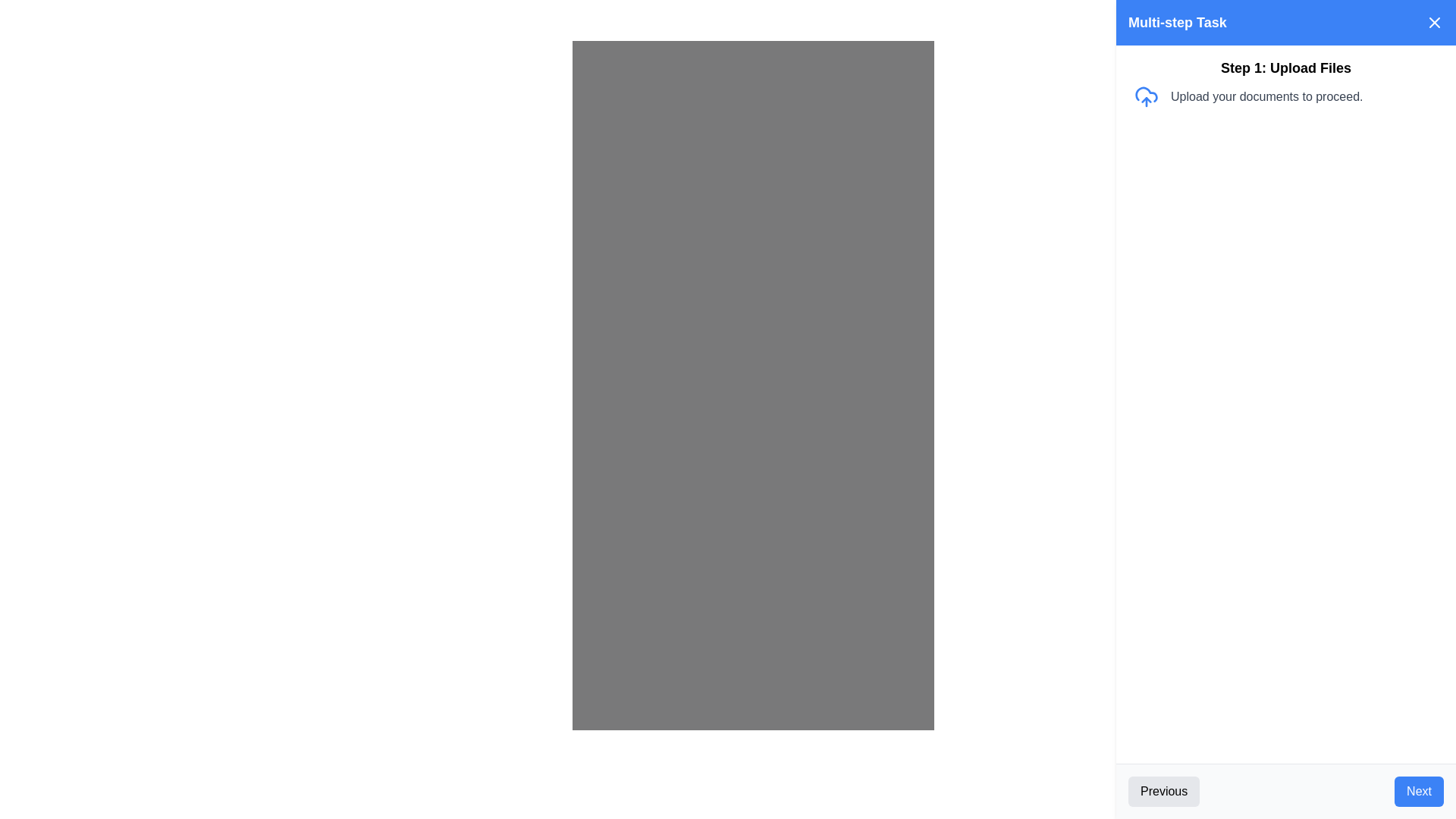  Describe the element at coordinates (1147, 94) in the screenshot. I see `the central portion of the cloud upload icon, which is part of a larger graphic including an arrow and an upward-pointing line, located to the left of the text 'Upload your documents to proceed.'` at that location.